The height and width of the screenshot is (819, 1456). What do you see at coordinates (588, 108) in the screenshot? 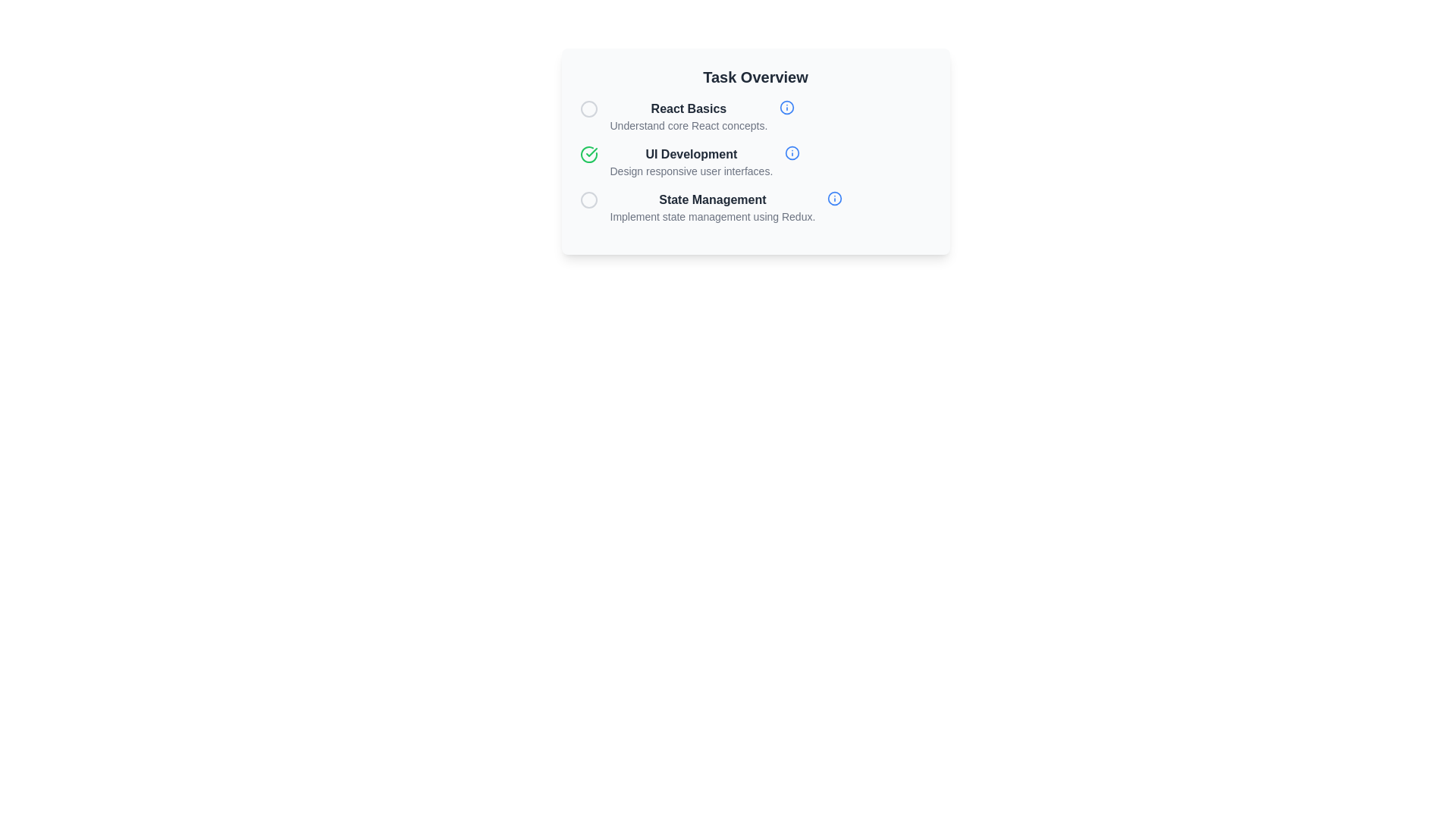
I see `the Circular UI indicator at the top of the vertical list, which has a thin border and hollow interior, adjacent to the text 'React Basics'` at bounding box center [588, 108].